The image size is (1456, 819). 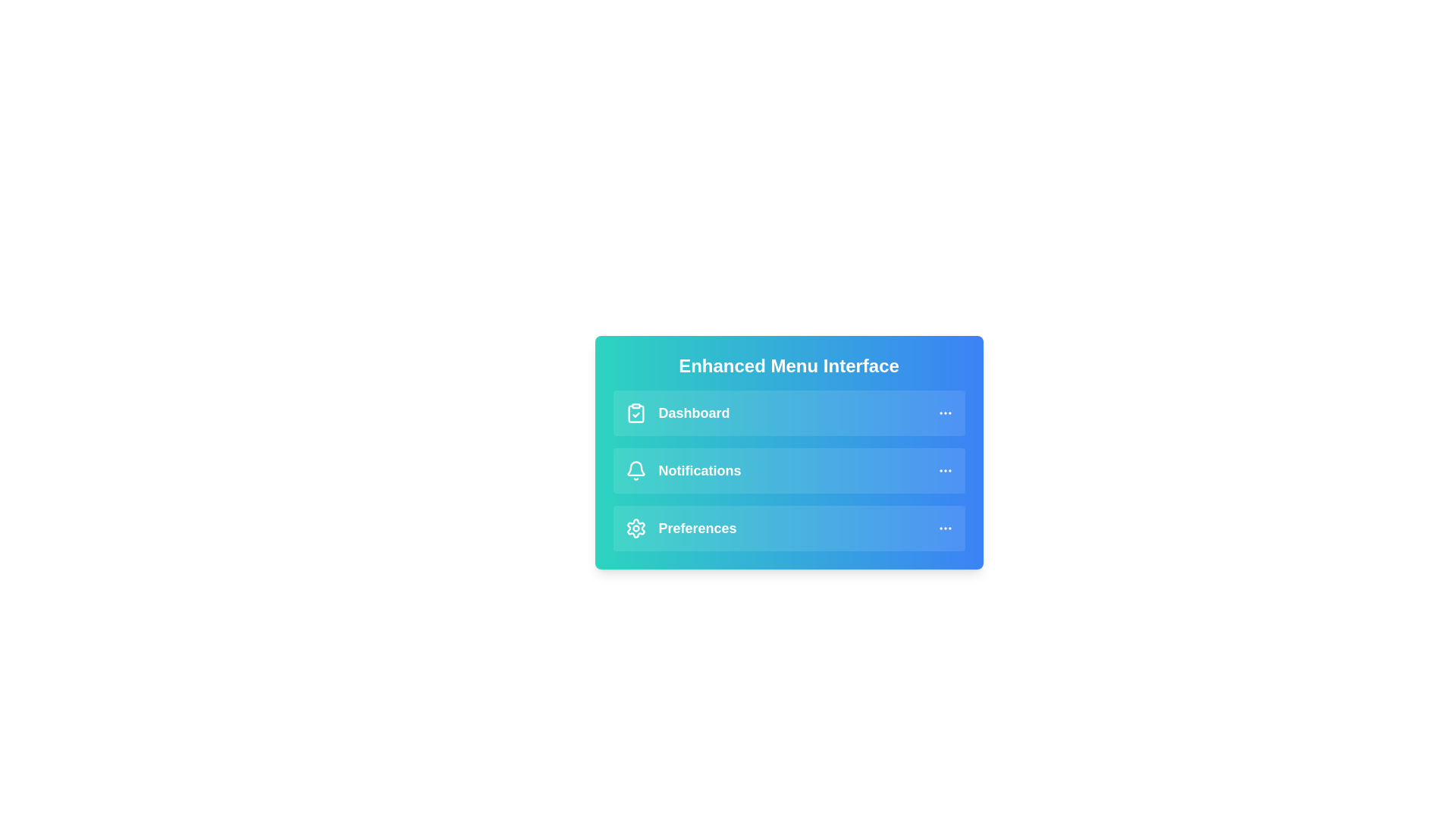 What do you see at coordinates (789, 470) in the screenshot?
I see `the 'Notifications' menu item in the Enhanced Menu Interface` at bounding box center [789, 470].